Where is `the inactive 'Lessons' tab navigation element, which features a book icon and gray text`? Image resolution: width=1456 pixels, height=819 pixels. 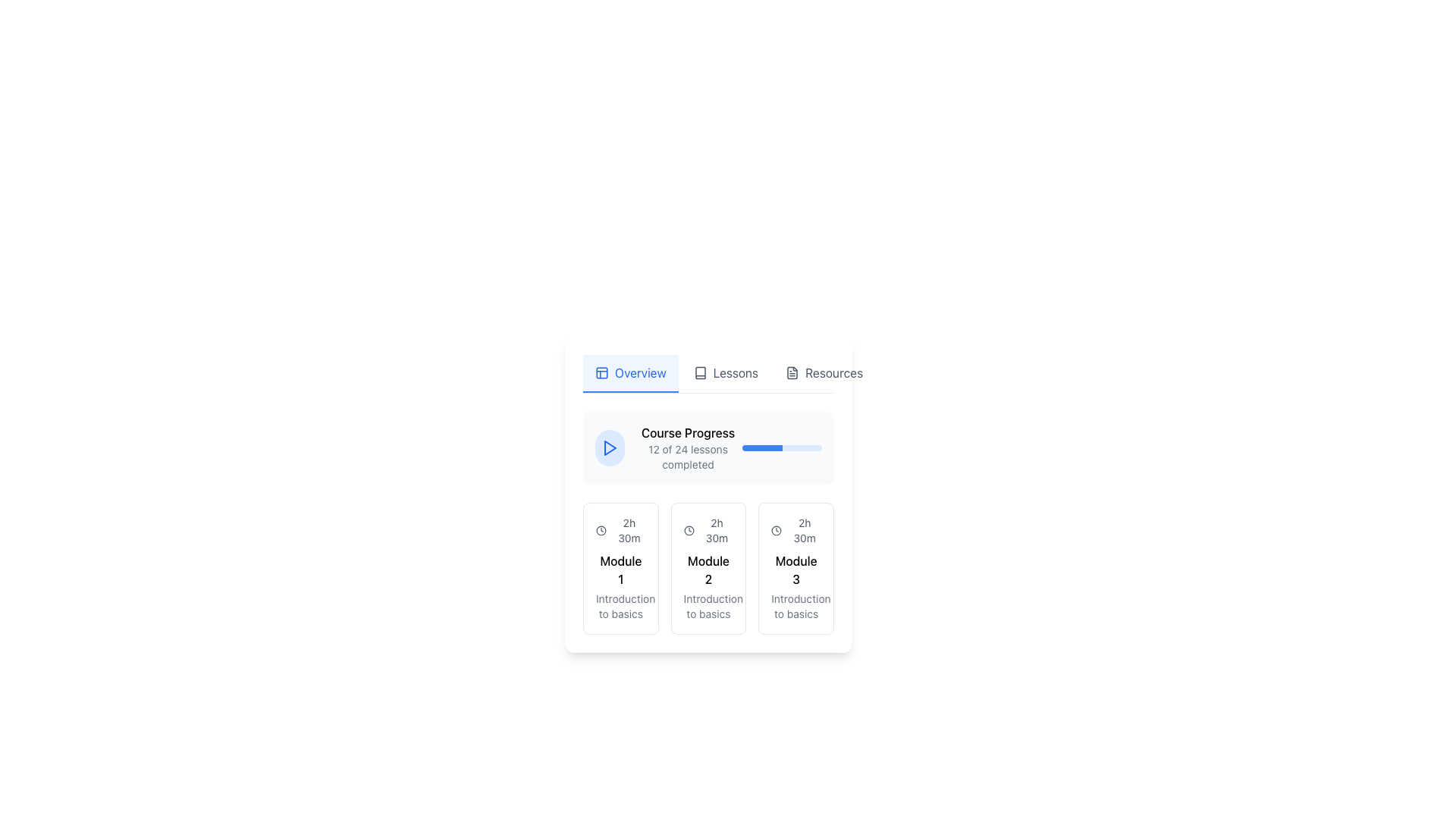
the inactive 'Lessons' tab navigation element, which features a book icon and gray text is located at coordinates (725, 374).